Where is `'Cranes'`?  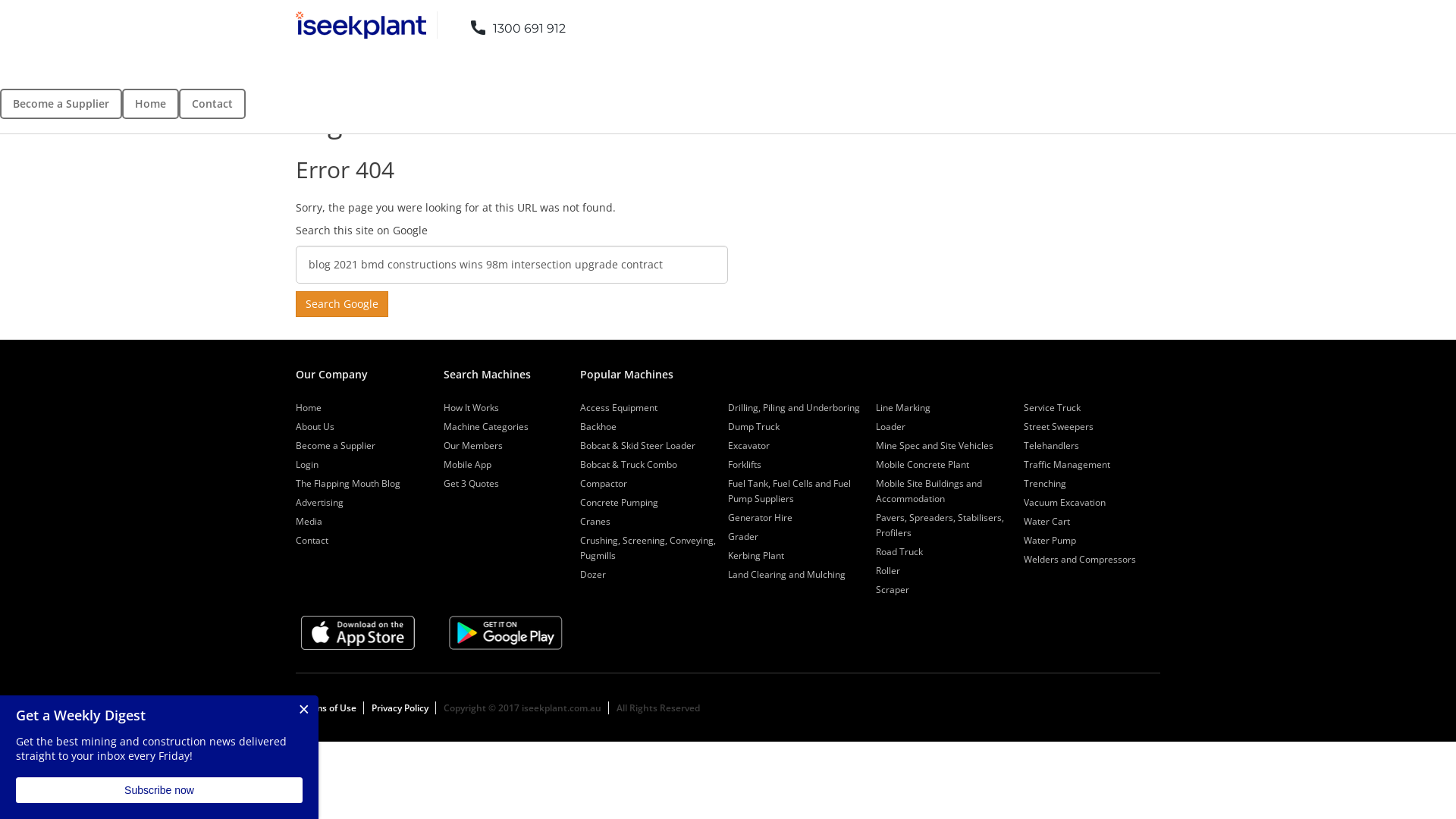
'Cranes' is located at coordinates (595, 520).